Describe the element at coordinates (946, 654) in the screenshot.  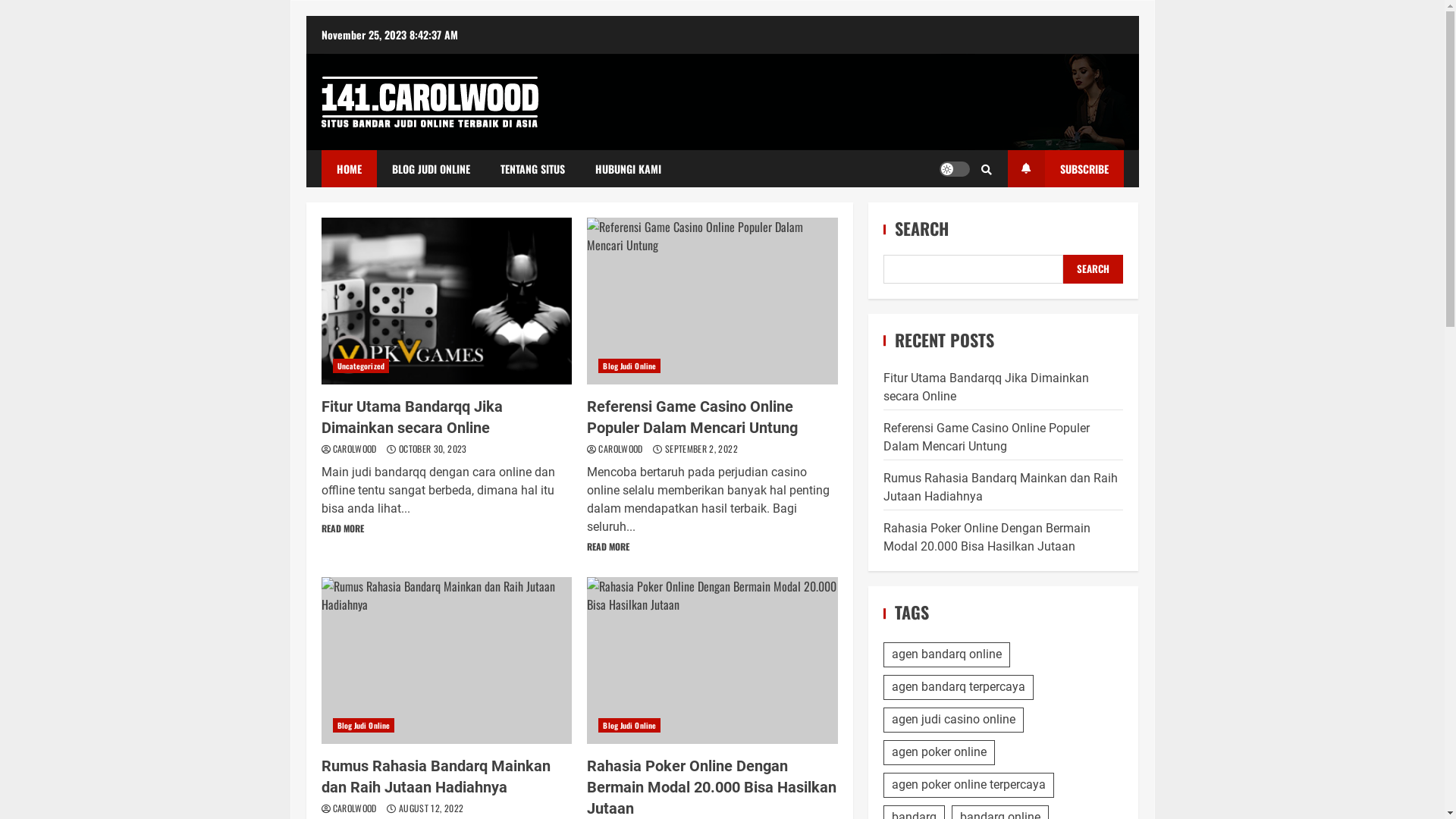
I see `'agen bandarq online'` at that location.